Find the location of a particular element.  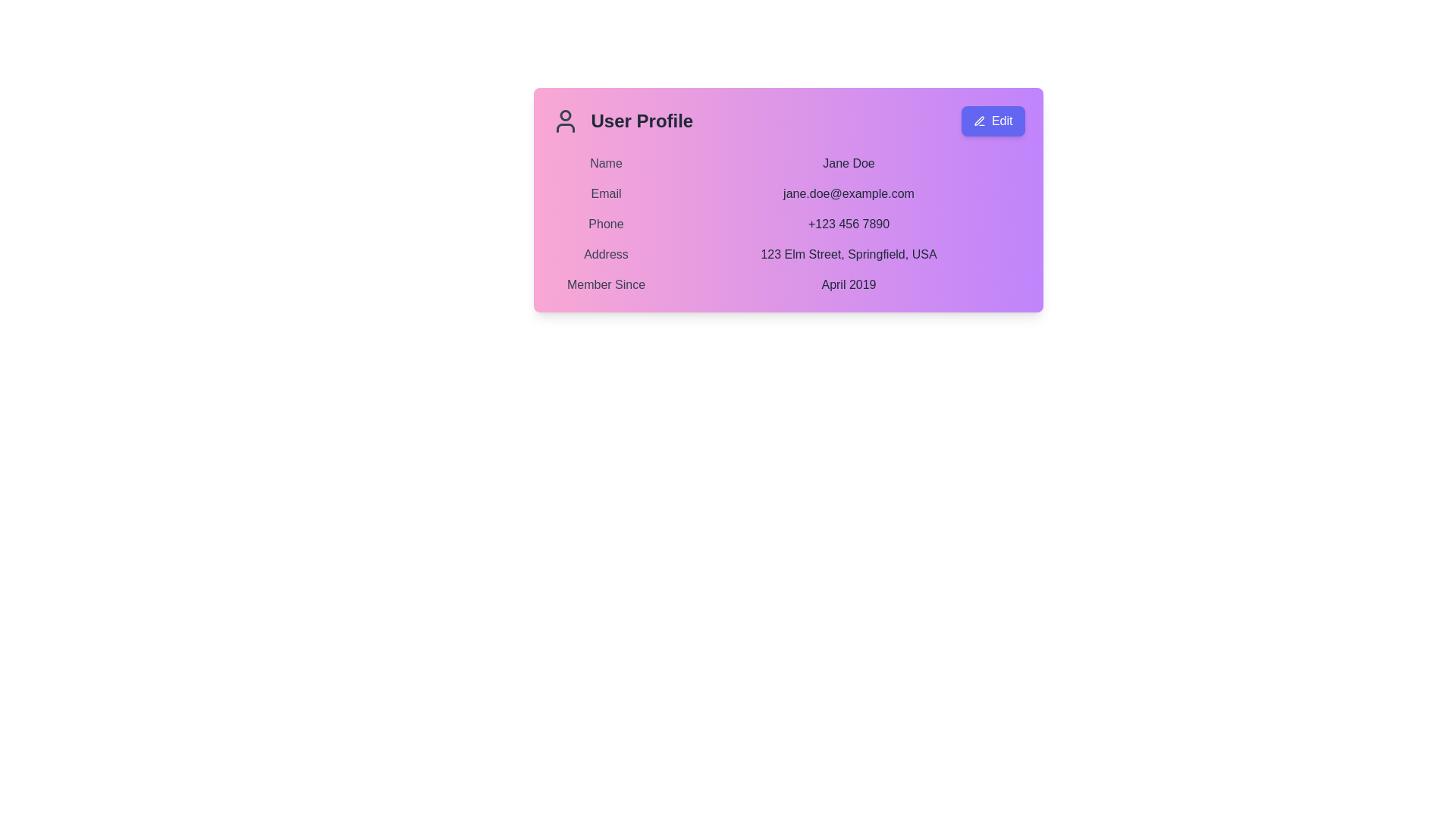

the circular SVG element that represents the user's head in the profile header section of the card, located to the left of the 'User Profile' title is located at coordinates (564, 115).